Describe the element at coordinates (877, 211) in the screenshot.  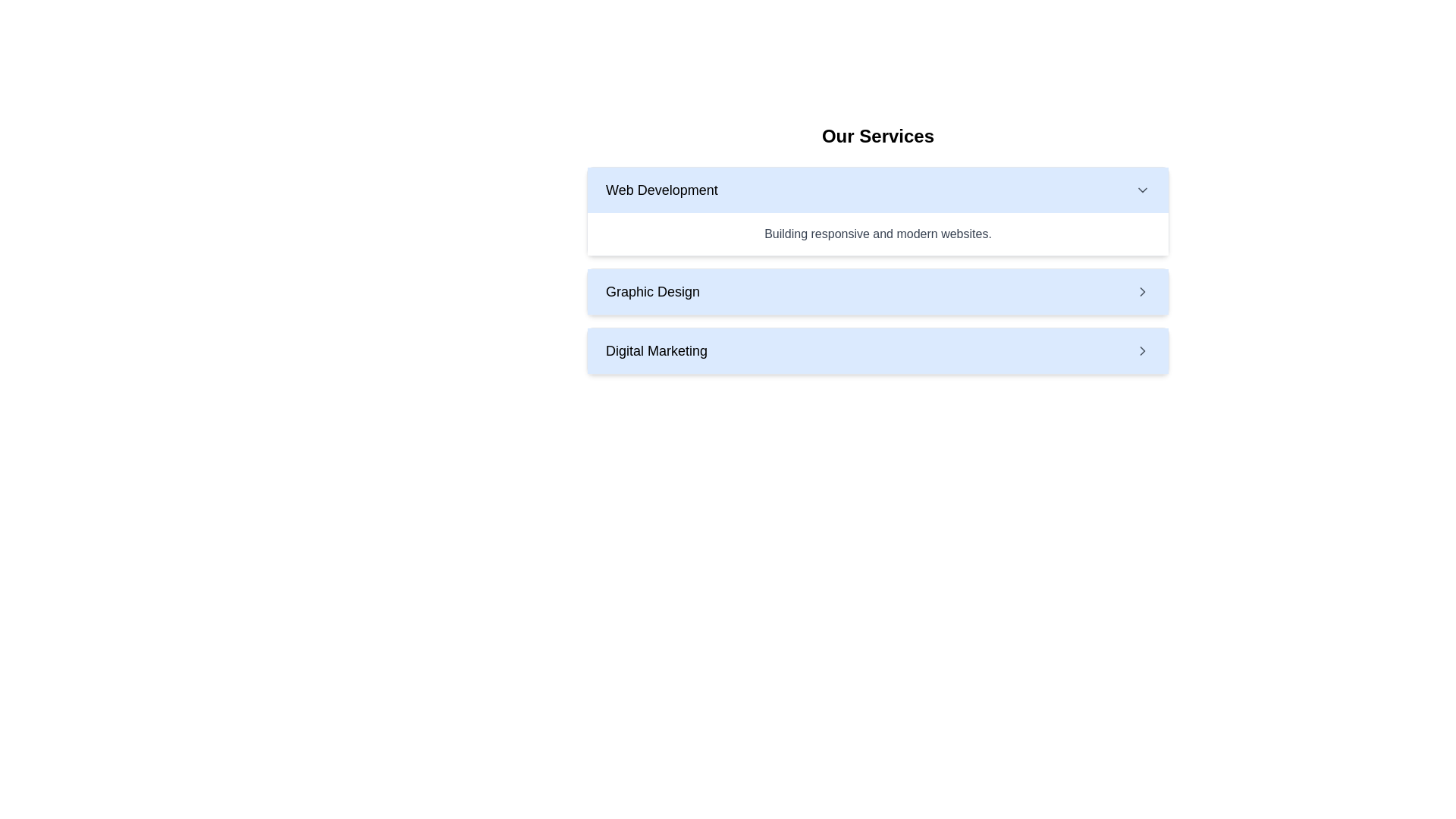
I see `the first Card element in the list` at that location.